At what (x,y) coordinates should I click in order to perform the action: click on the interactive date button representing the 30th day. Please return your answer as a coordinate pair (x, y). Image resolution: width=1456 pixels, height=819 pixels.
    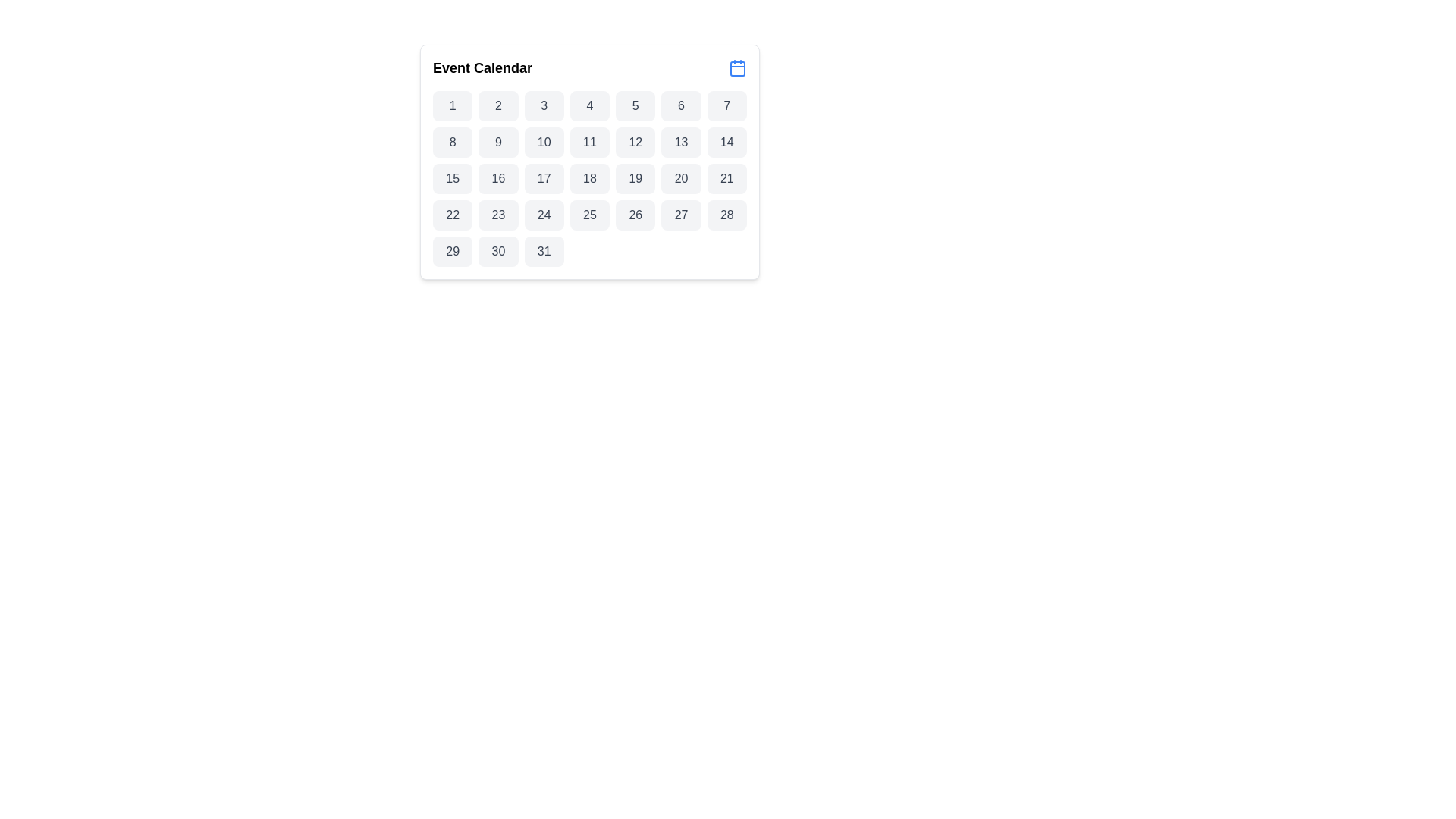
    Looking at the image, I should click on (498, 250).